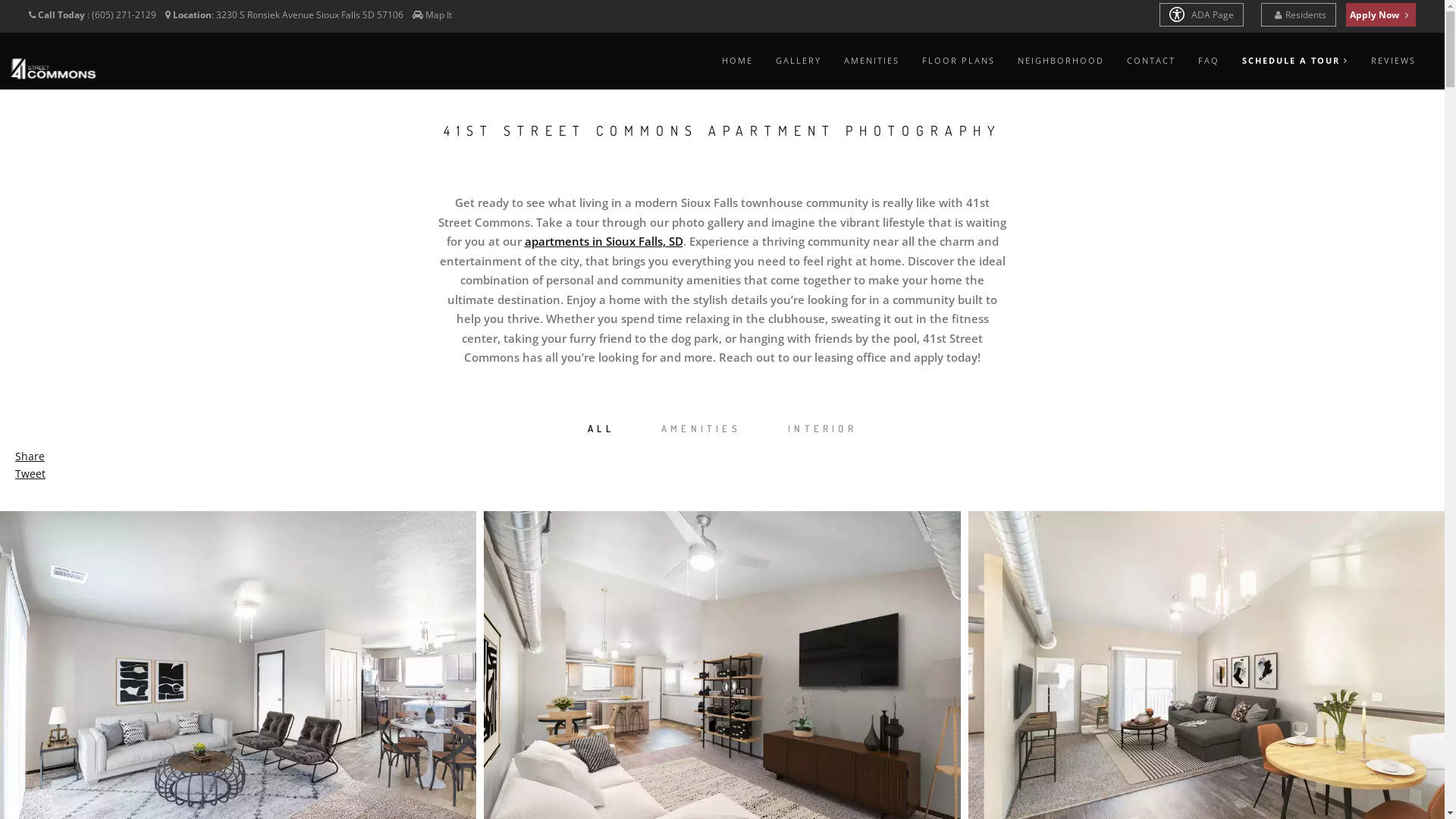 Image resolution: width=1456 pixels, height=819 pixels. What do you see at coordinates (603, 240) in the screenshot?
I see `'apartments in Sioux Falls, SD'` at bounding box center [603, 240].